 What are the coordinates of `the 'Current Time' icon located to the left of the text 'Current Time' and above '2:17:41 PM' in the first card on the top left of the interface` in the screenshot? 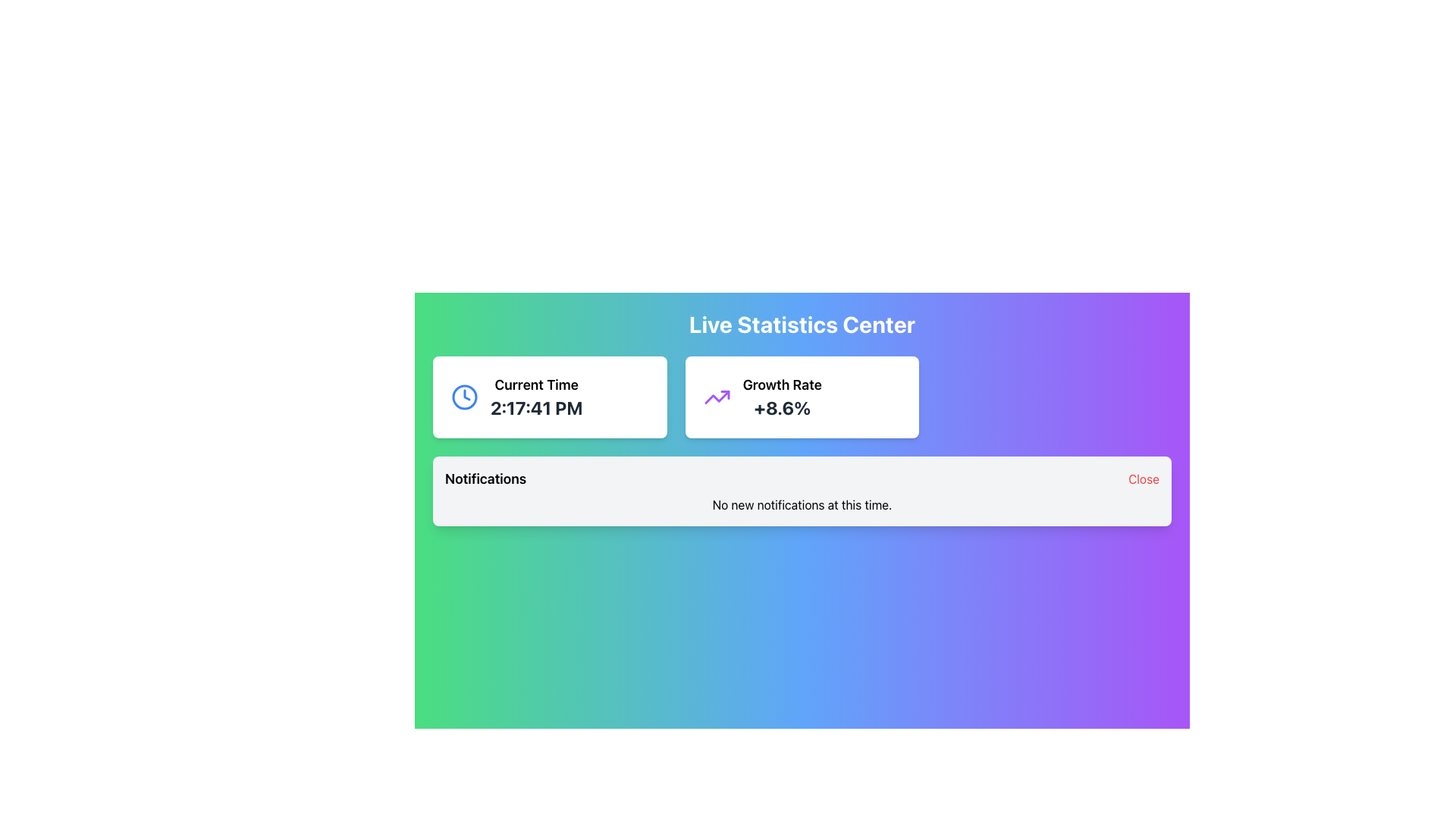 It's located at (464, 397).